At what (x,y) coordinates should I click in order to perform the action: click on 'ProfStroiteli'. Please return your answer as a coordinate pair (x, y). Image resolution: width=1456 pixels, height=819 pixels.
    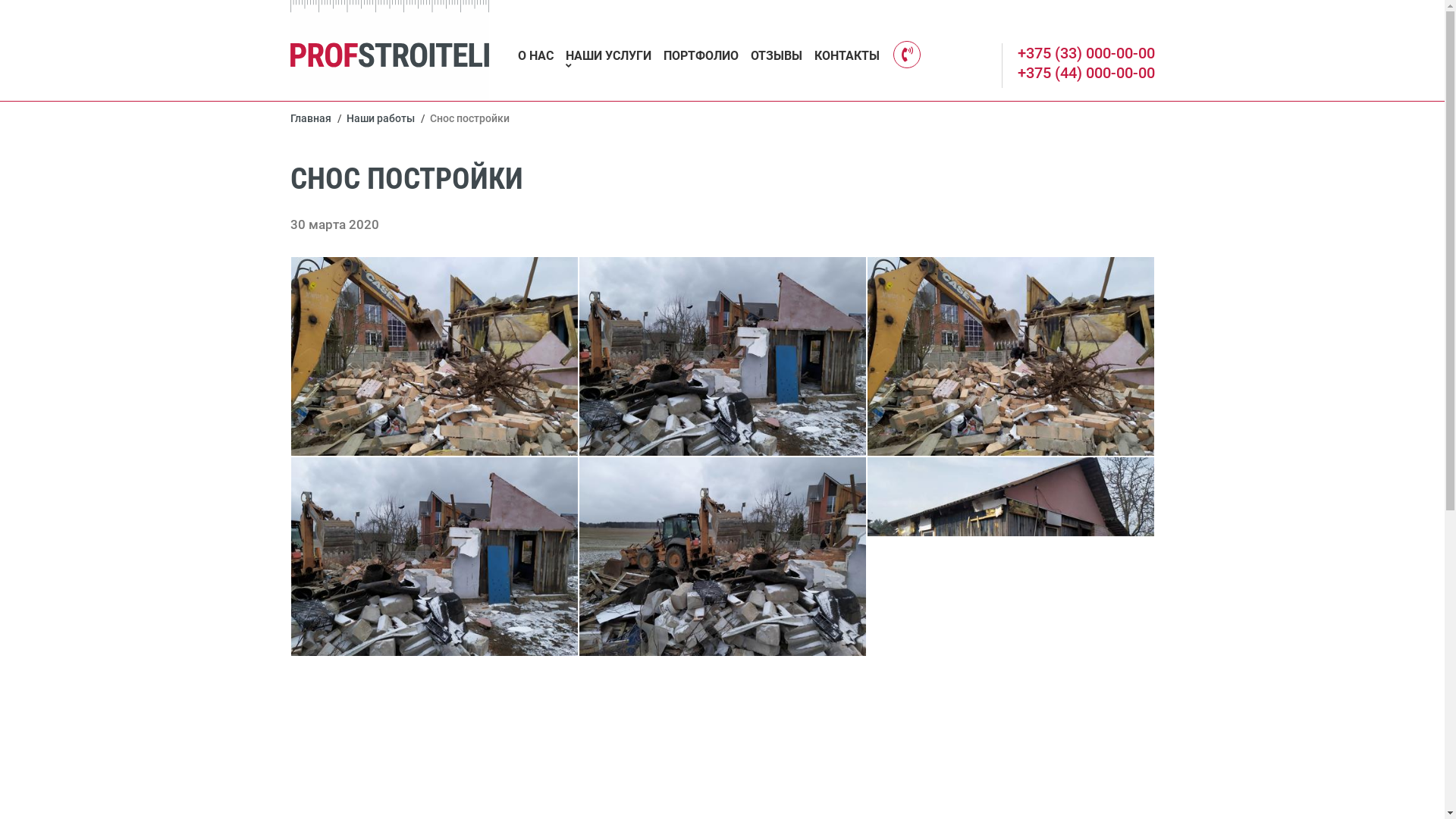
    Looking at the image, I should click on (389, 49).